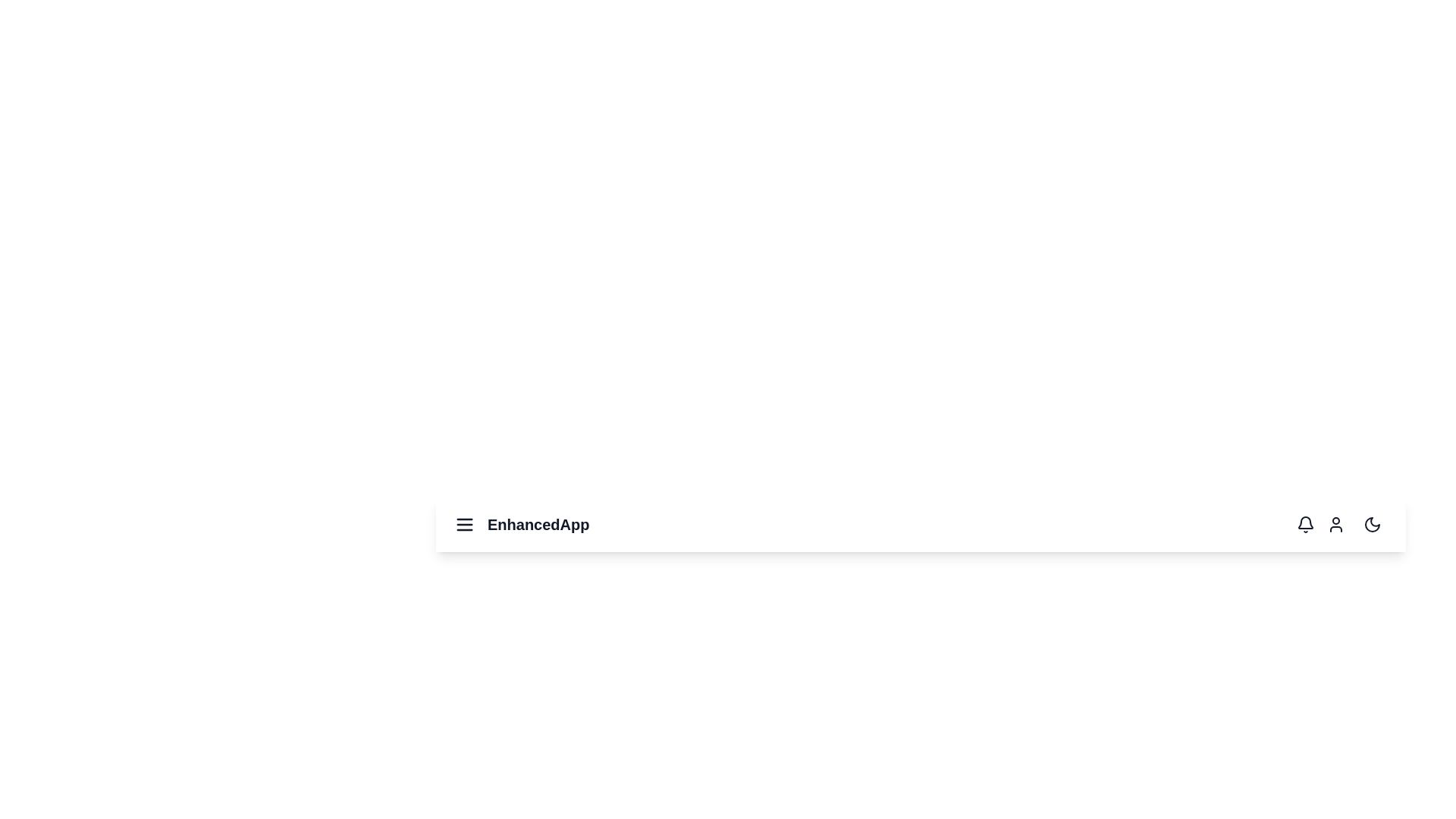  Describe the element at coordinates (464, 523) in the screenshot. I see `the menu icon to open the menu` at that location.